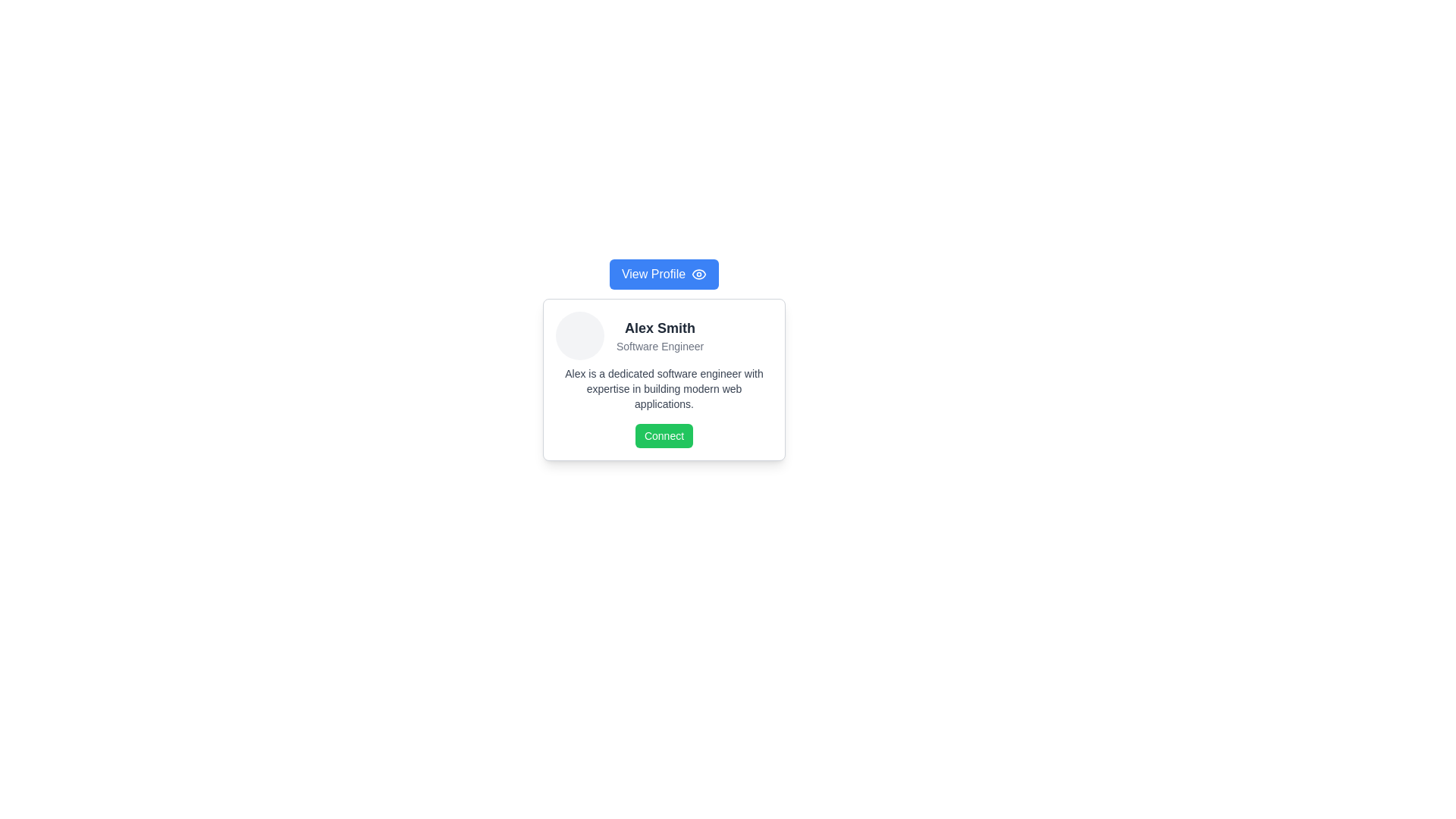 Image resolution: width=1456 pixels, height=819 pixels. Describe the element at coordinates (664, 435) in the screenshot. I see `the button located at the bottom of the profile card for the software engineer named Alex Smith to observe the hover effect` at that location.